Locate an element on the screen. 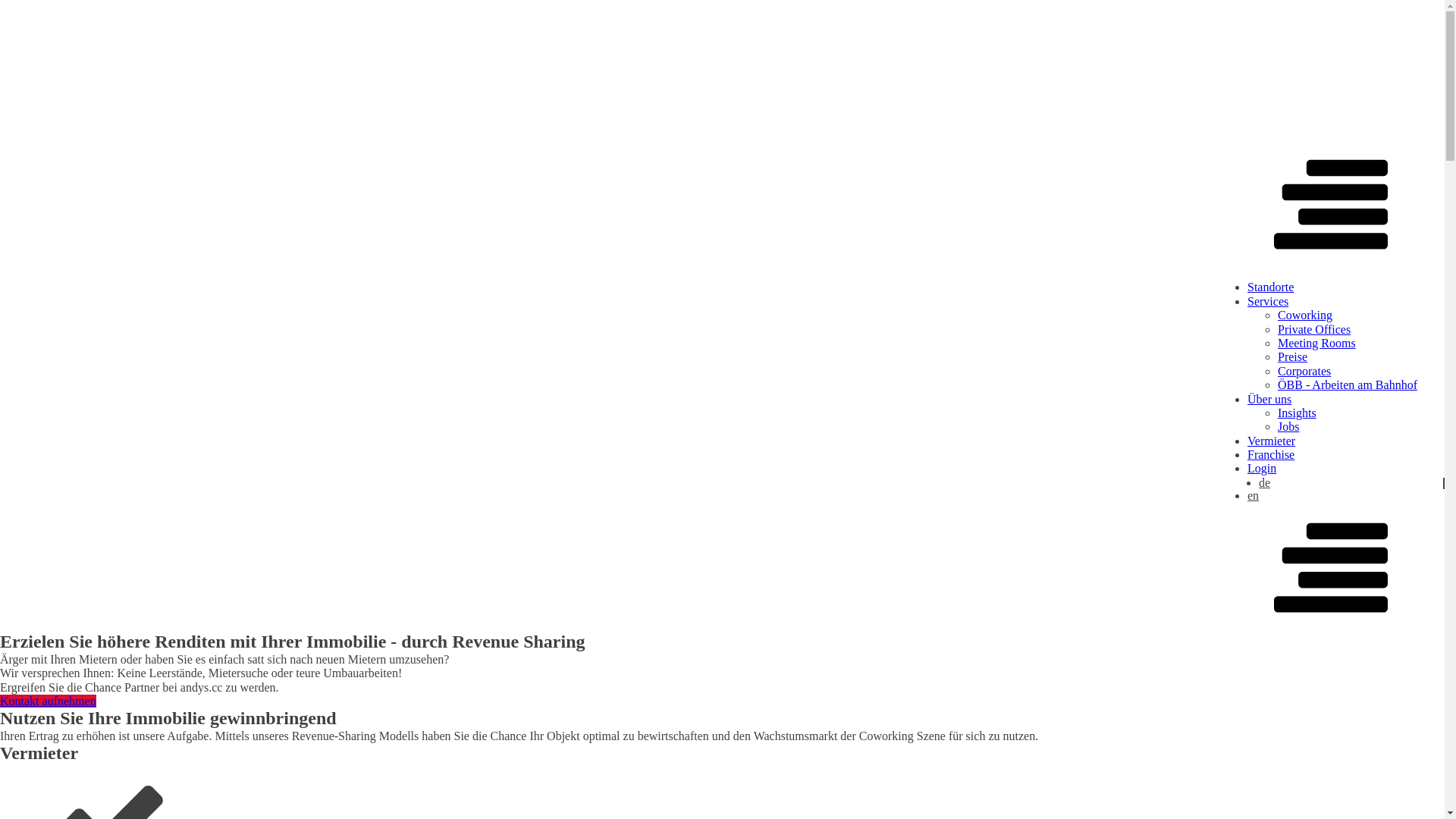 The width and height of the screenshot is (1456, 819). 'Meeting Rooms' is located at coordinates (1316, 343).